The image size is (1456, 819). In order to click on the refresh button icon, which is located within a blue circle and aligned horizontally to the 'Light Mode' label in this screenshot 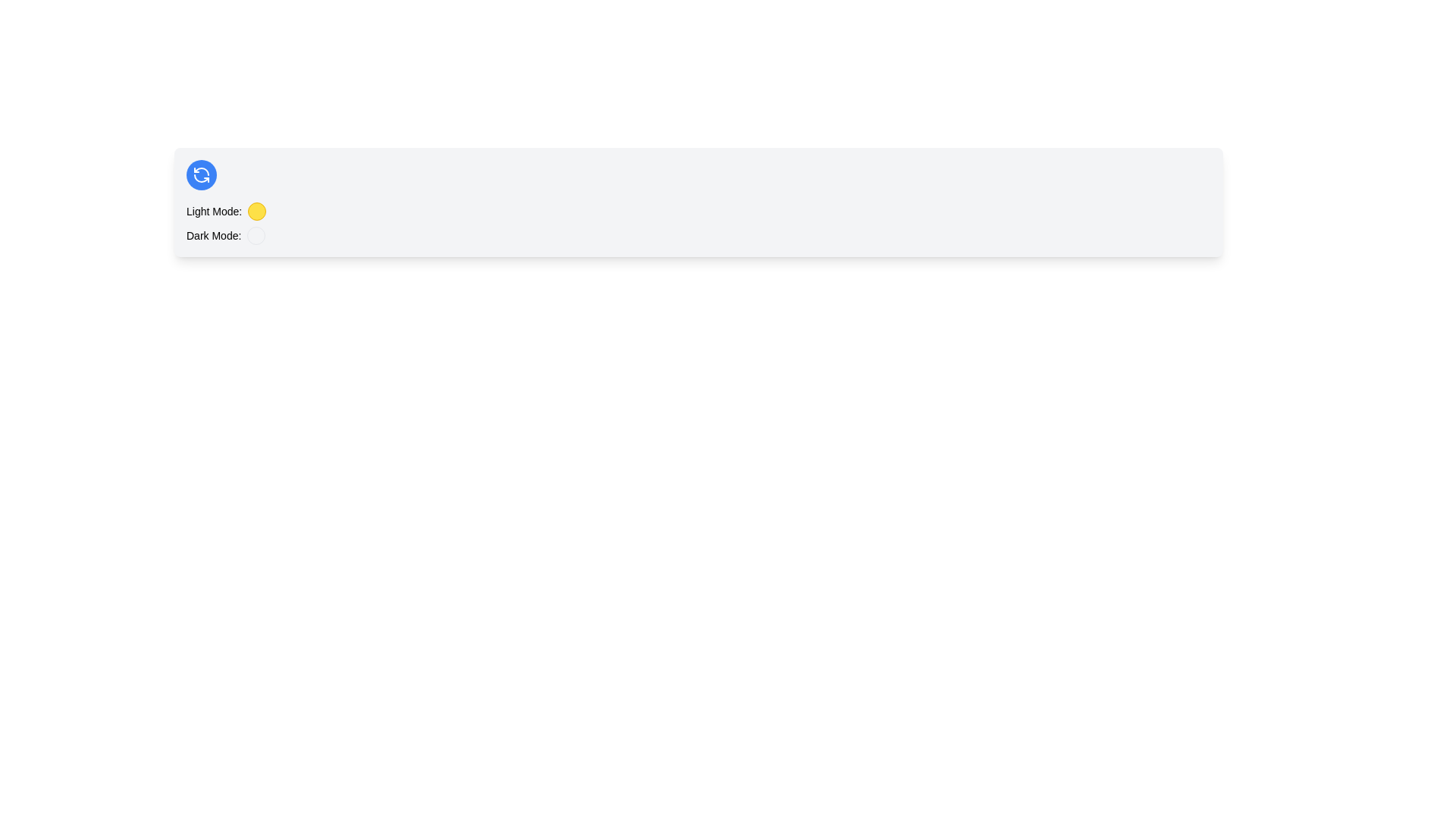, I will do `click(200, 174)`.